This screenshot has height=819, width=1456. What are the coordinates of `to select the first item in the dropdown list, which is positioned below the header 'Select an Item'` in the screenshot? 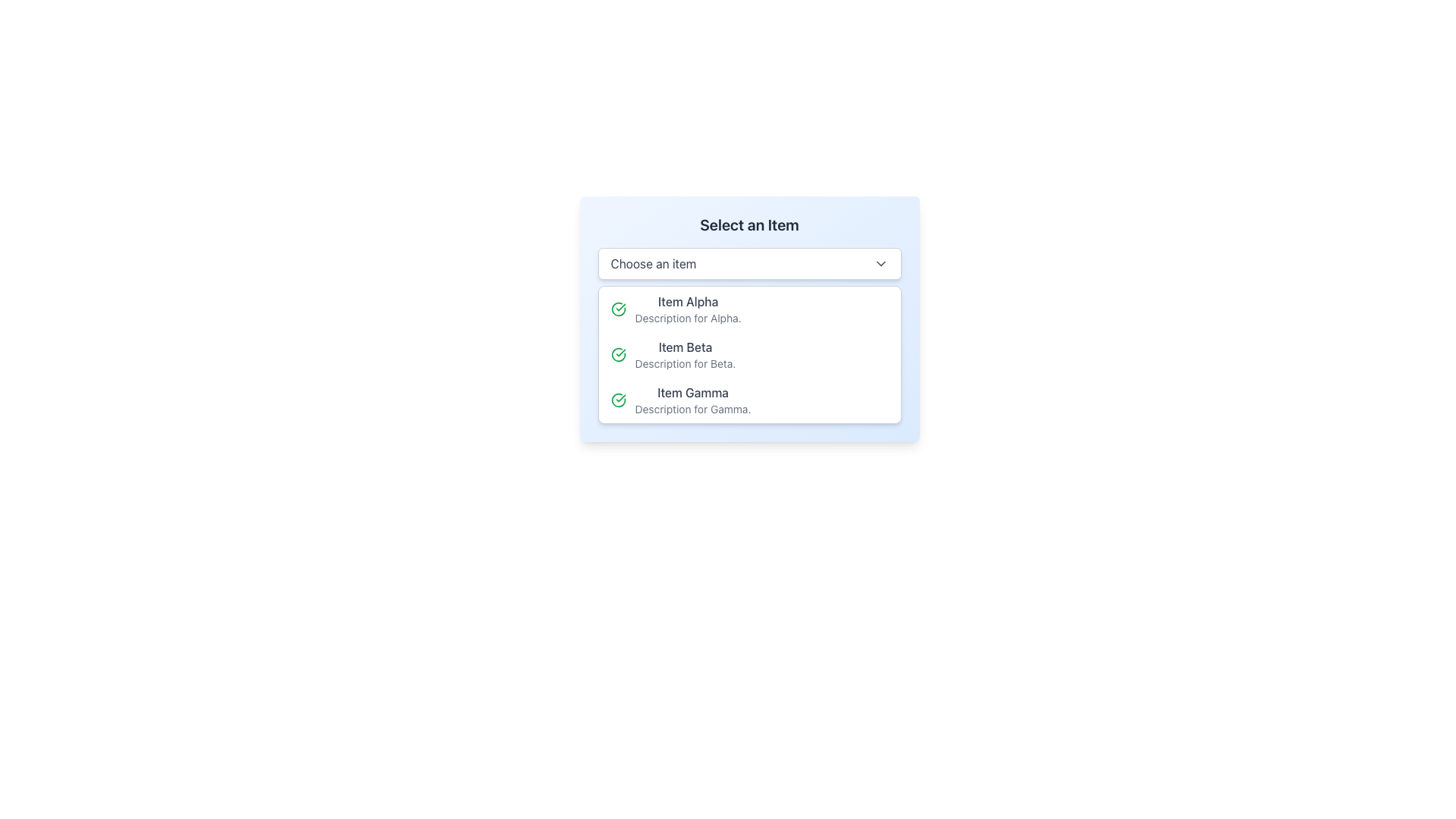 It's located at (687, 309).